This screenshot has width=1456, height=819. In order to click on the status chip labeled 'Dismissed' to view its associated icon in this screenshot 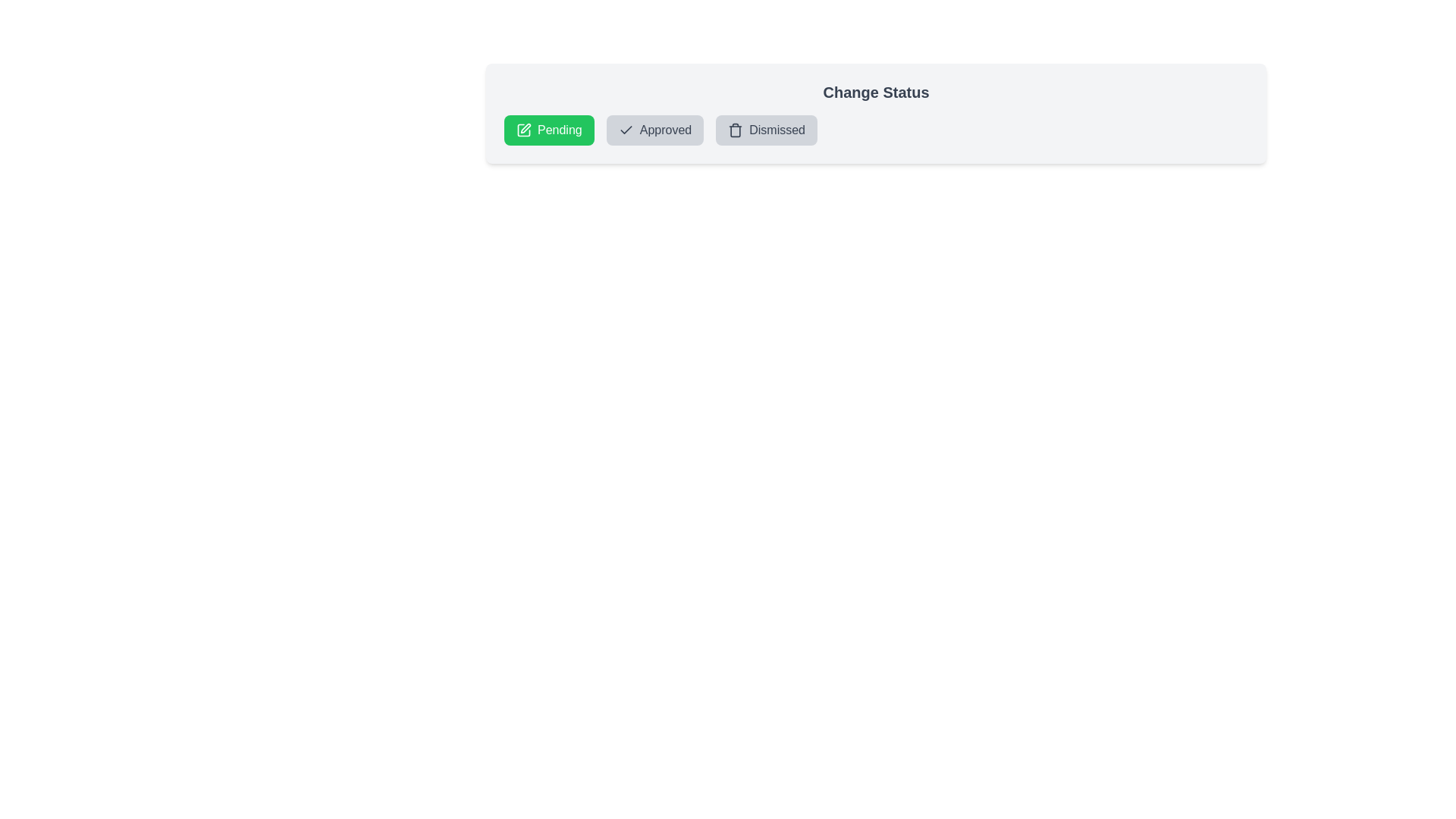, I will do `click(767, 130)`.